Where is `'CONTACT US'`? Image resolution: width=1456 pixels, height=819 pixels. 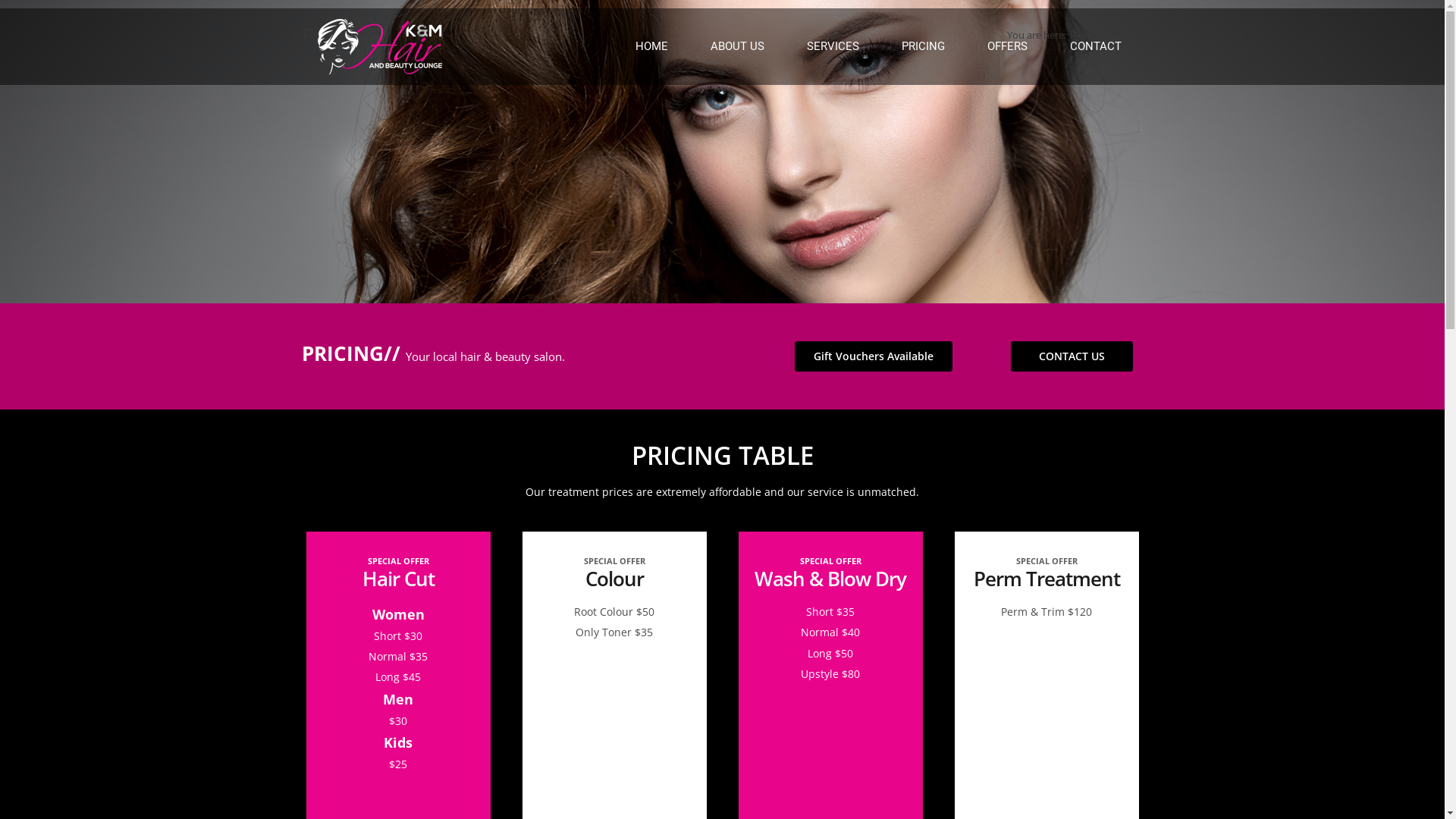 'CONTACT US' is located at coordinates (1070, 356).